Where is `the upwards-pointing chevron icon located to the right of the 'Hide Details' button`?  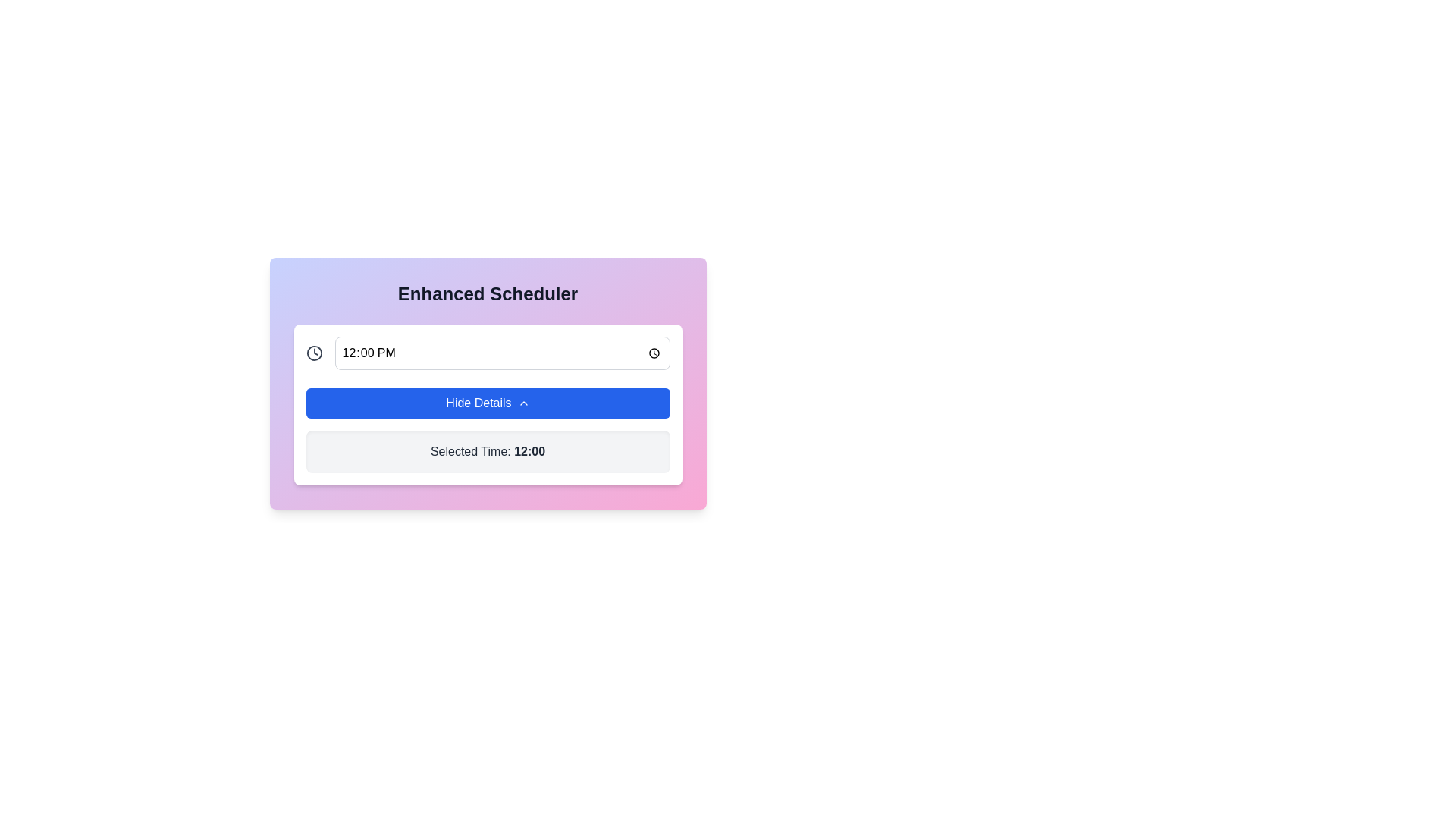 the upwards-pointing chevron icon located to the right of the 'Hide Details' button is located at coordinates (523, 403).